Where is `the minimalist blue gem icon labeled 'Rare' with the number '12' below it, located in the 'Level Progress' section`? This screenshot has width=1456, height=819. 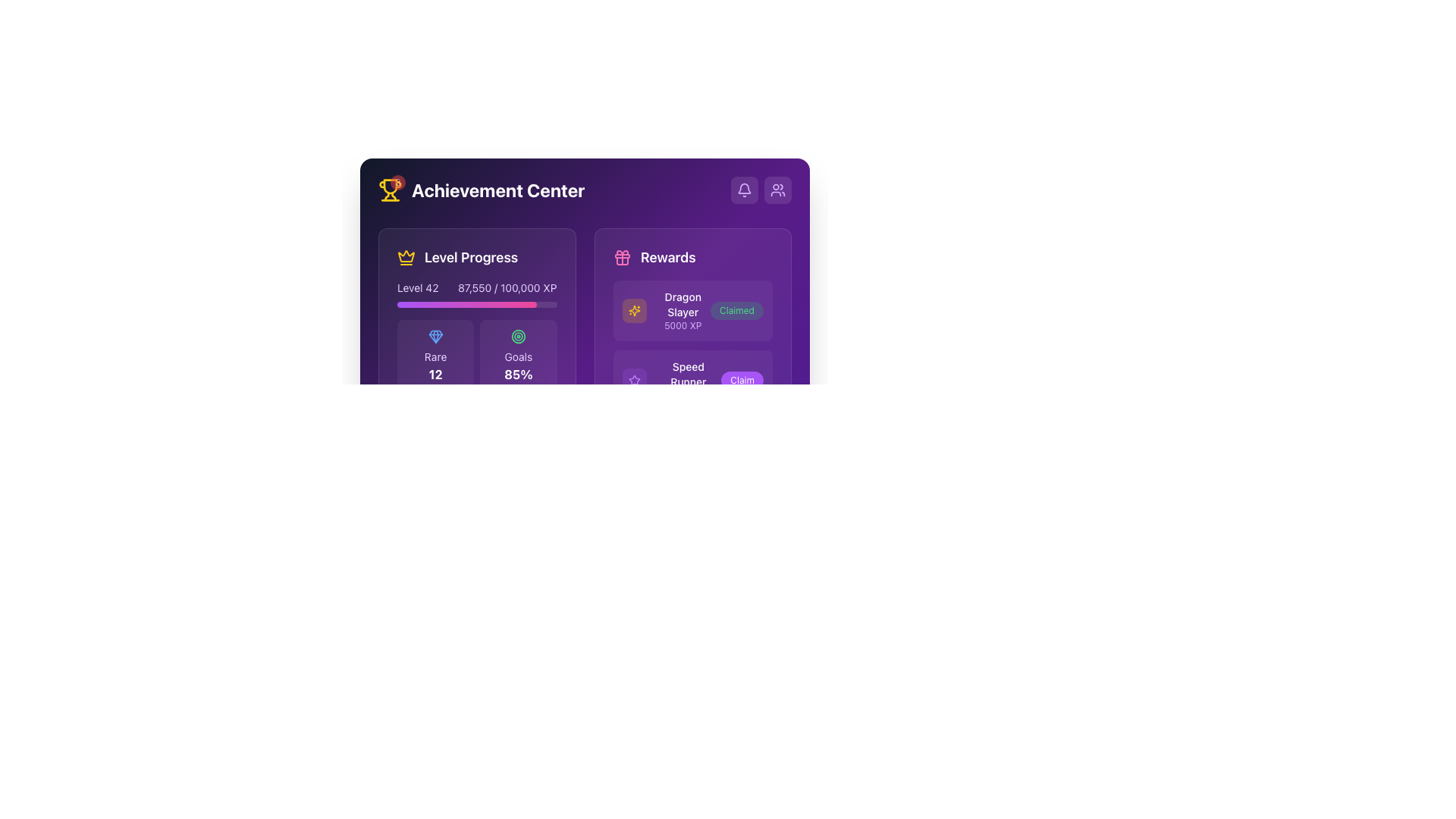 the minimalist blue gem icon labeled 'Rare' with the number '12' below it, located in the 'Level Progress' section is located at coordinates (435, 335).